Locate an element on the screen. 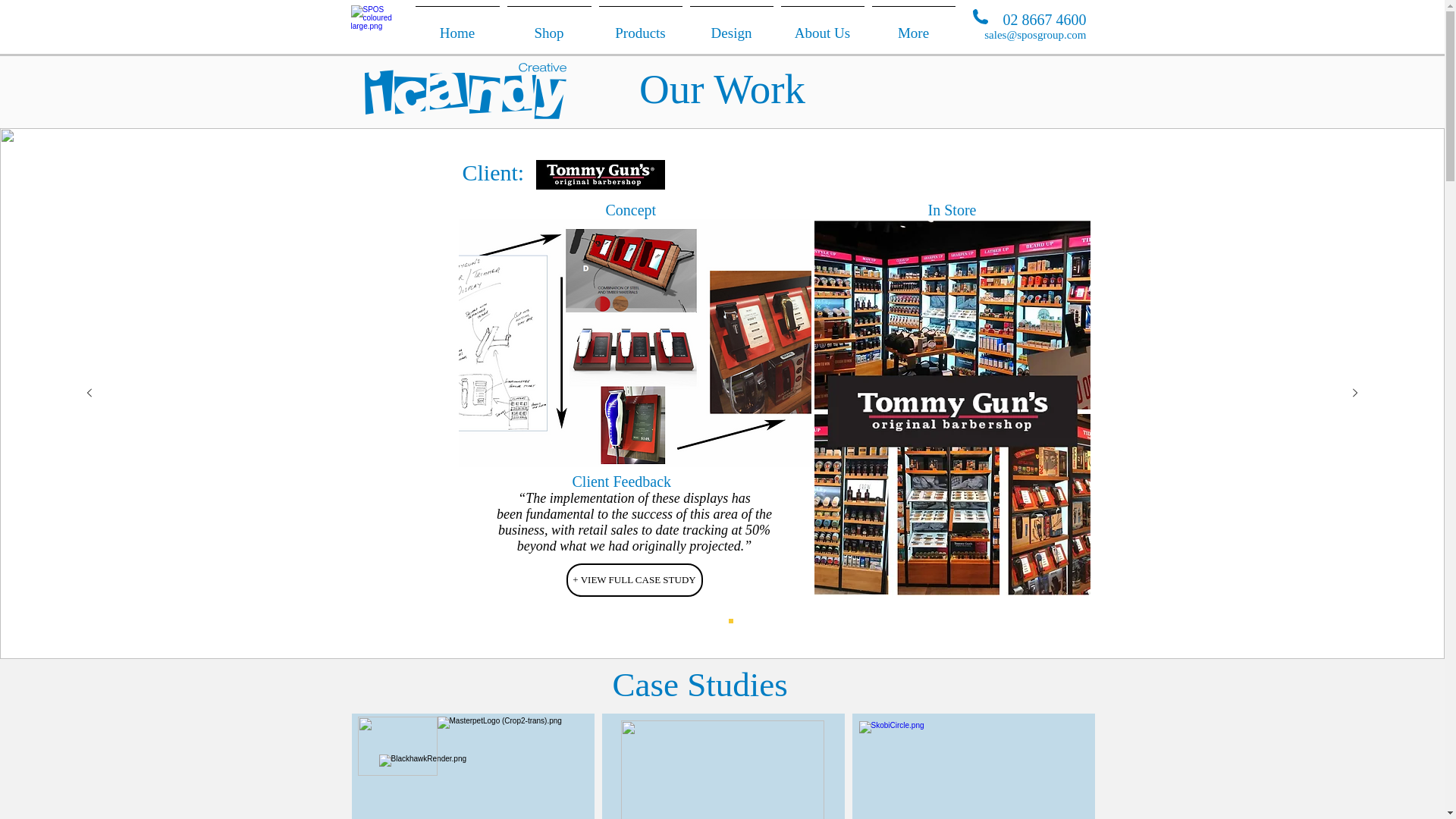 The height and width of the screenshot is (819, 1456). 'MasterpetLogo (Crop).png' is located at coordinates (512, 734).